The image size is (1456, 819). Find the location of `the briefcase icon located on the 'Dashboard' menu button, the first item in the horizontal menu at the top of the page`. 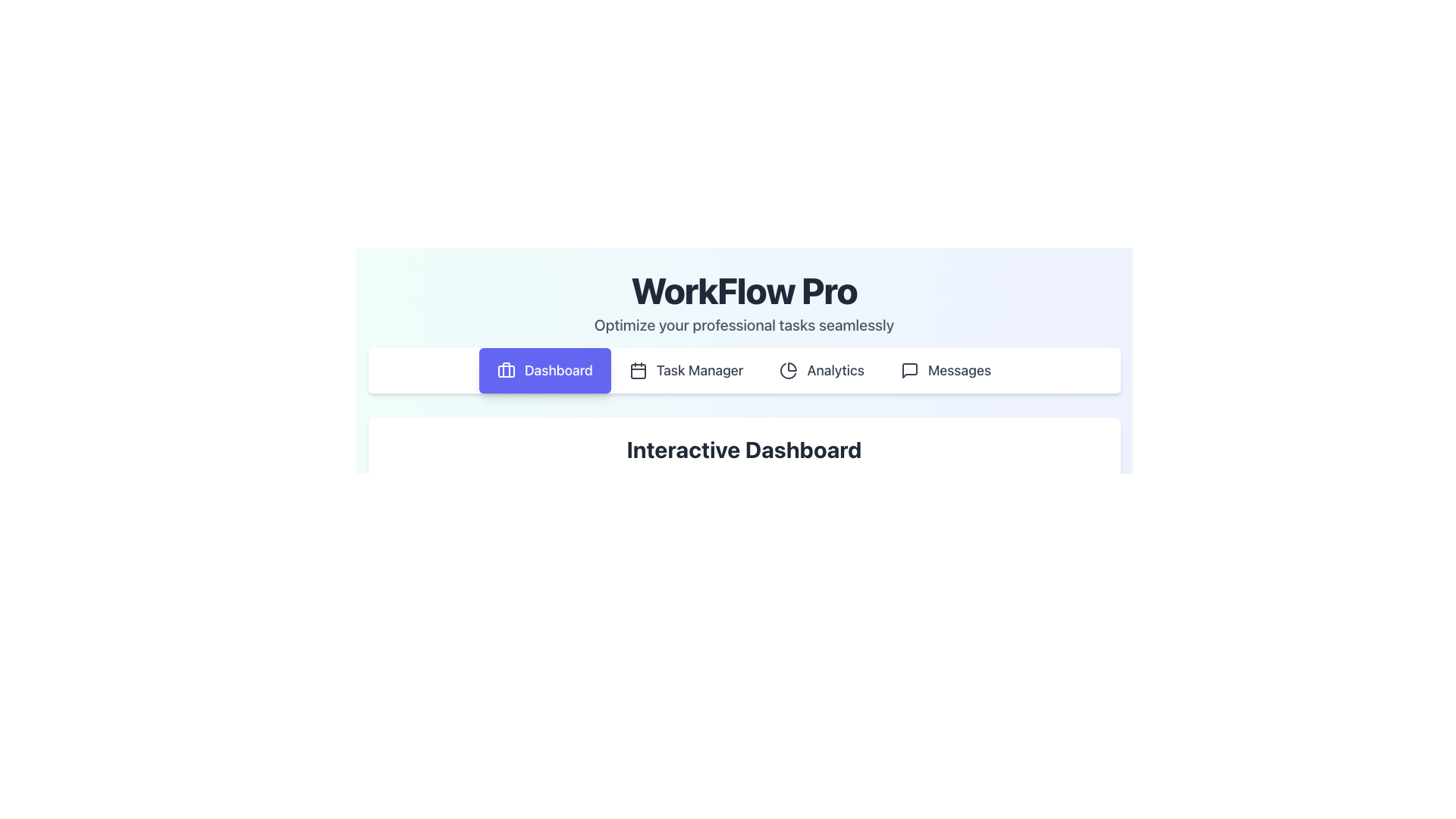

the briefcase icon located on the 'Dashboard' menu button, the first item in the horizontal menu at the top of the page is located at coordinates (506, 371).